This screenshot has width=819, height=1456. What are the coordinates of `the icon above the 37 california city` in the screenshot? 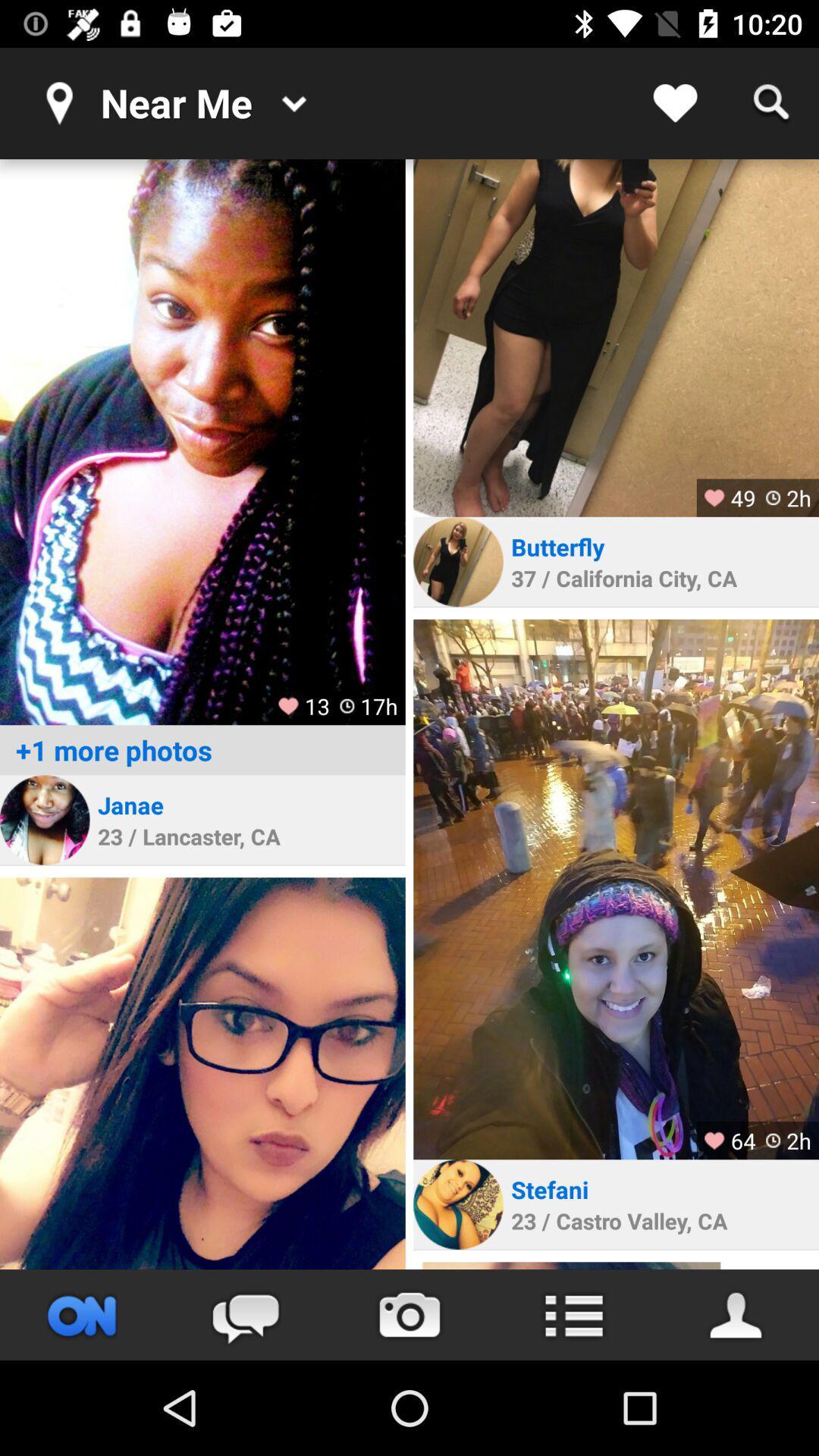 It's located at (560, 546).